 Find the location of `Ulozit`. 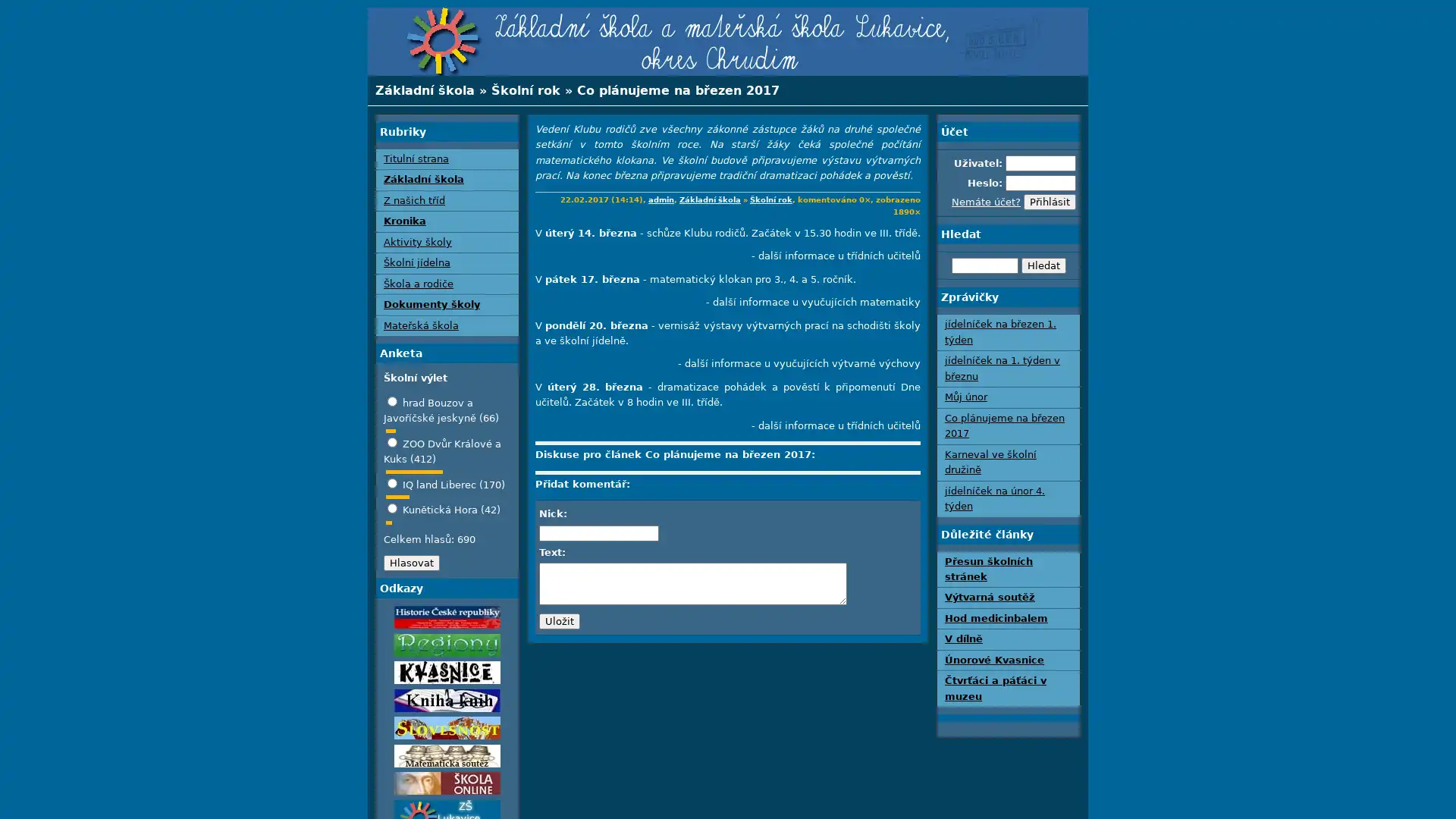

Ulozit is located at coordinates (559, 620).